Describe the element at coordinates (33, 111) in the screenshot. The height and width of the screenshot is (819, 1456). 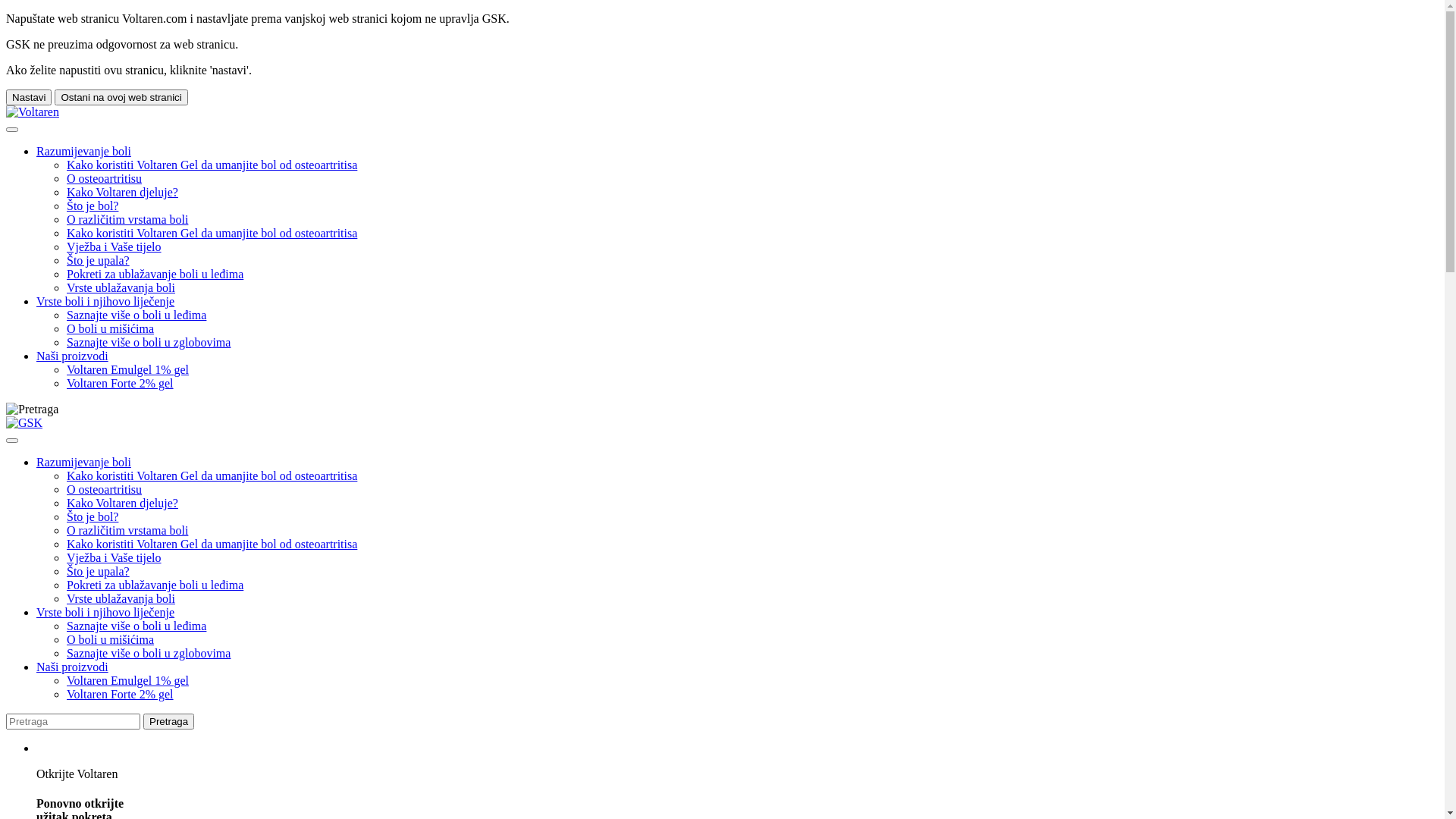
I see `'Voltaren'` at that location.